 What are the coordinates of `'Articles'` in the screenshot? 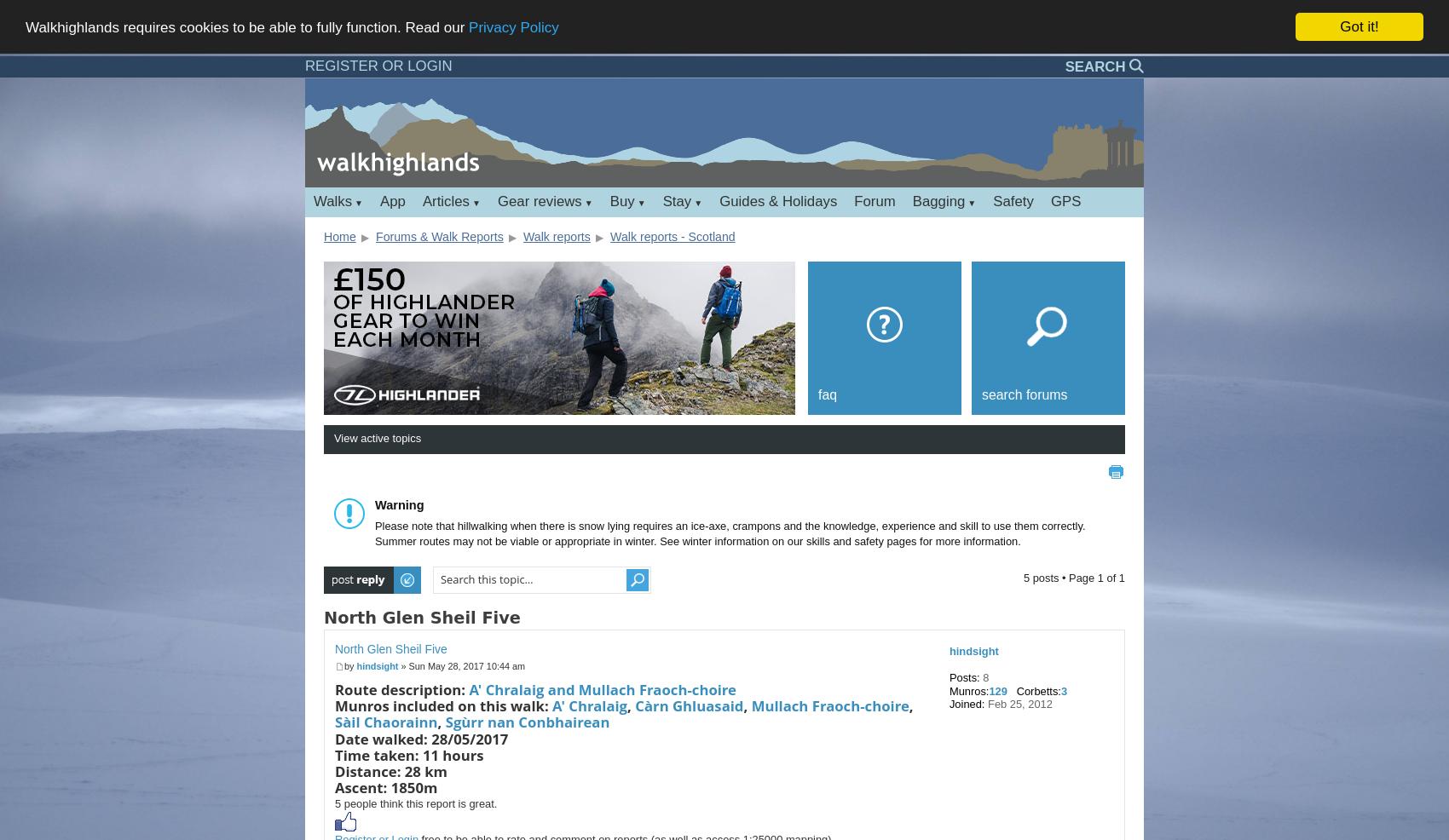 It's located at (422, 199).